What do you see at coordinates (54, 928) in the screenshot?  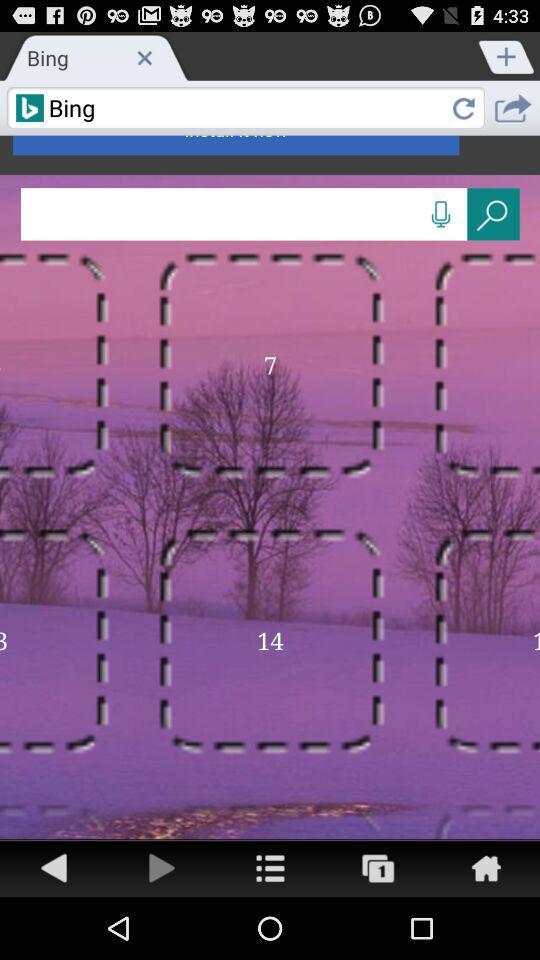 I see `the arrow_backward icon` at bounding box center [54, 928].